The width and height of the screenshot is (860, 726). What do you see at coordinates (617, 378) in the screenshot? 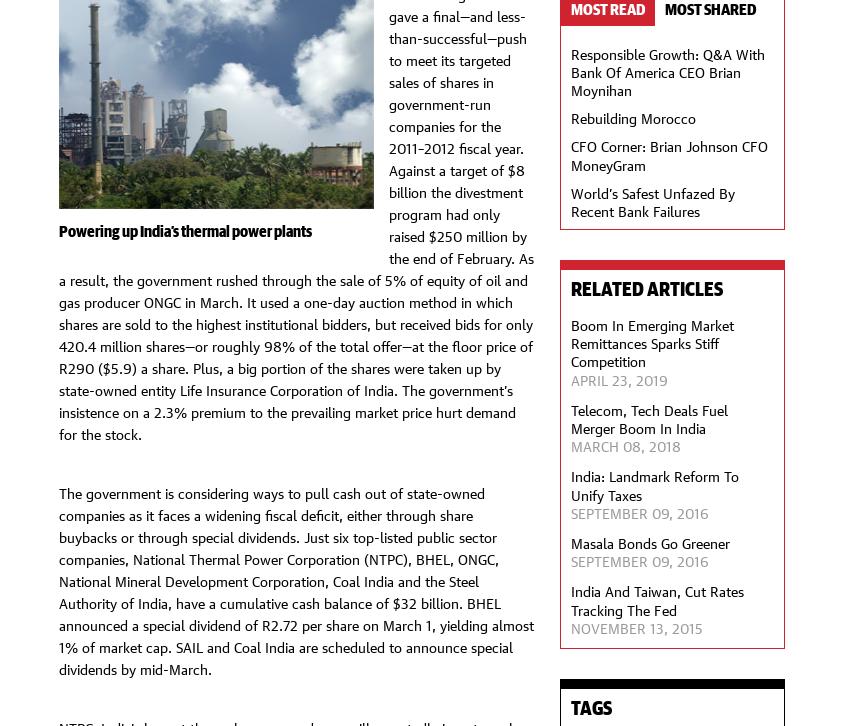
I see `'April 23, 2019'` at bounding box center [617, 378].